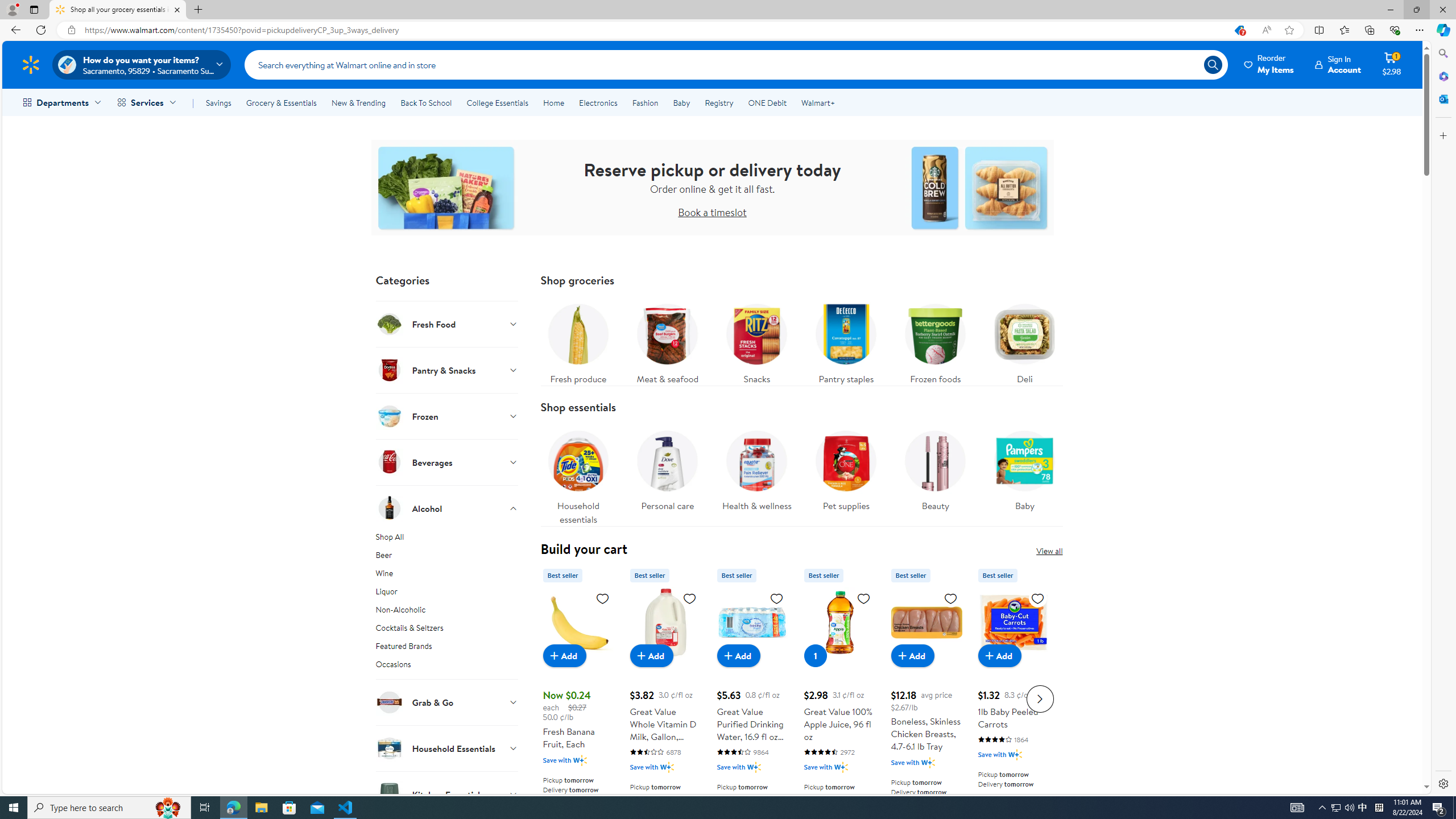  Describe the element at coordinates (1389, 9) in the screenshot. I see `'Minimize'` at that location.